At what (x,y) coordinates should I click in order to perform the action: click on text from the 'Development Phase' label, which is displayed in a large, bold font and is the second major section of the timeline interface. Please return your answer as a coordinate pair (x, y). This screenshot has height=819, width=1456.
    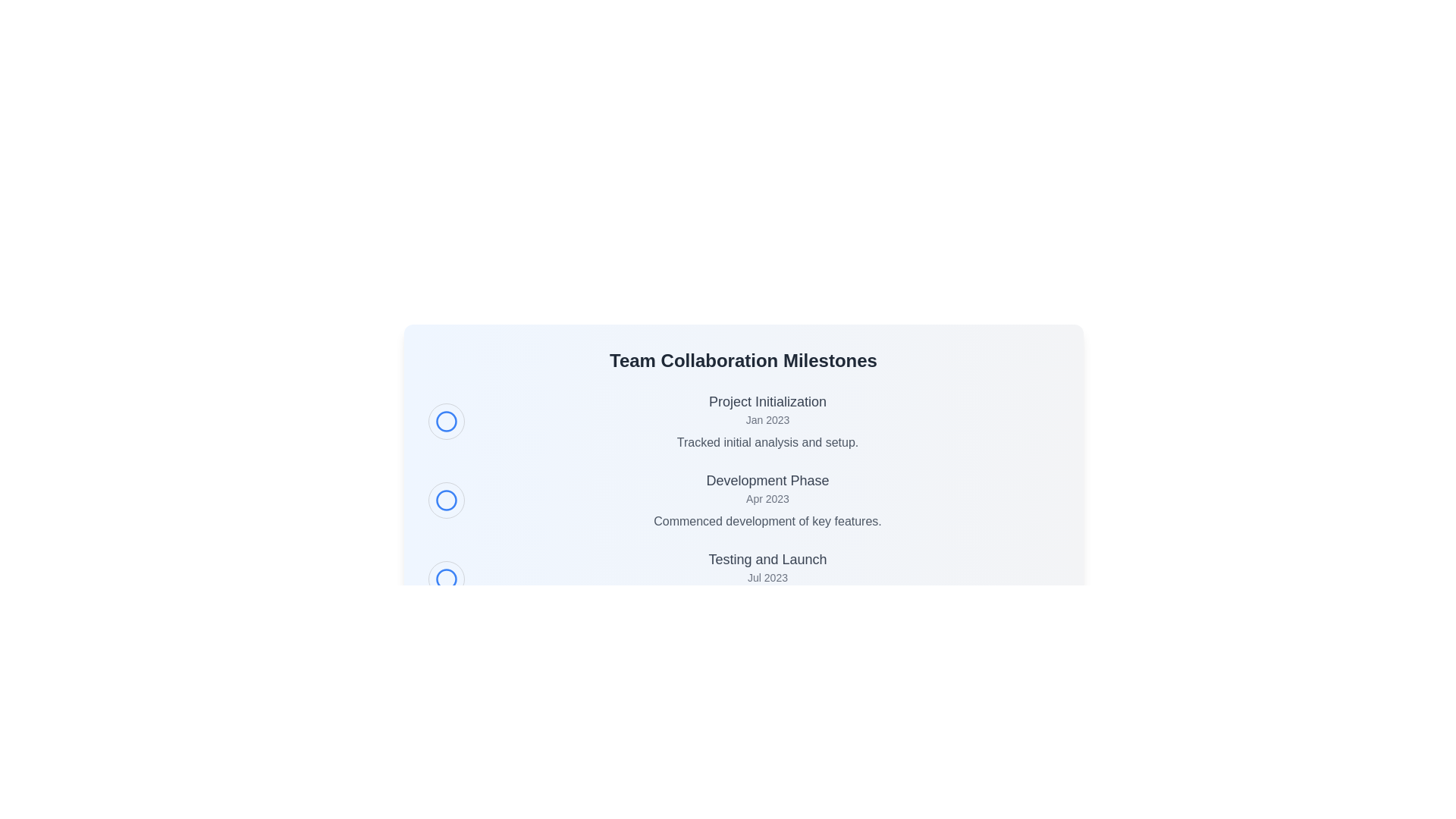
    Looking at the image, I should click on (767, 480).